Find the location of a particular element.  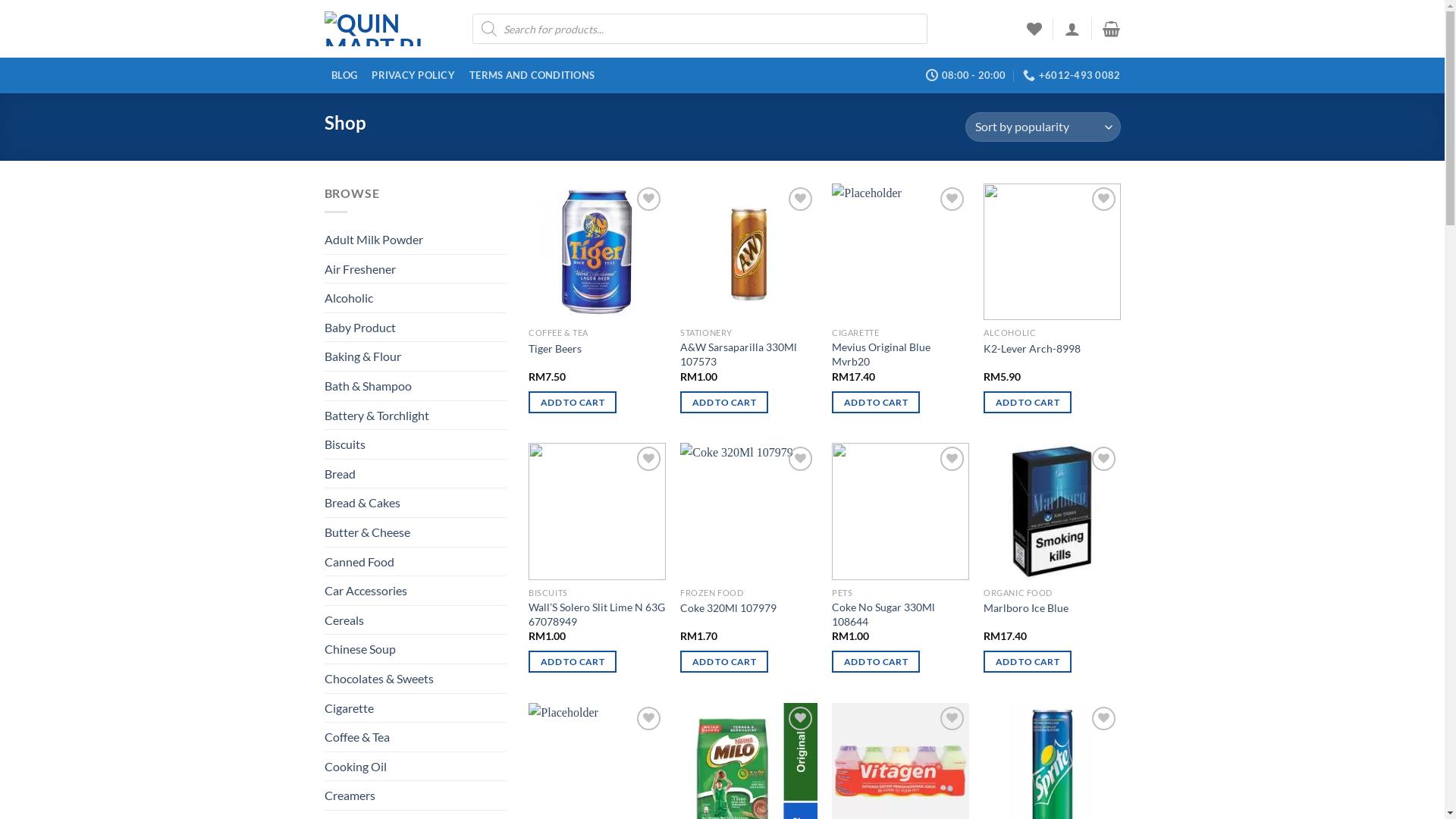

'Chocolates & Sweets' is located at coordinates (415, 677).